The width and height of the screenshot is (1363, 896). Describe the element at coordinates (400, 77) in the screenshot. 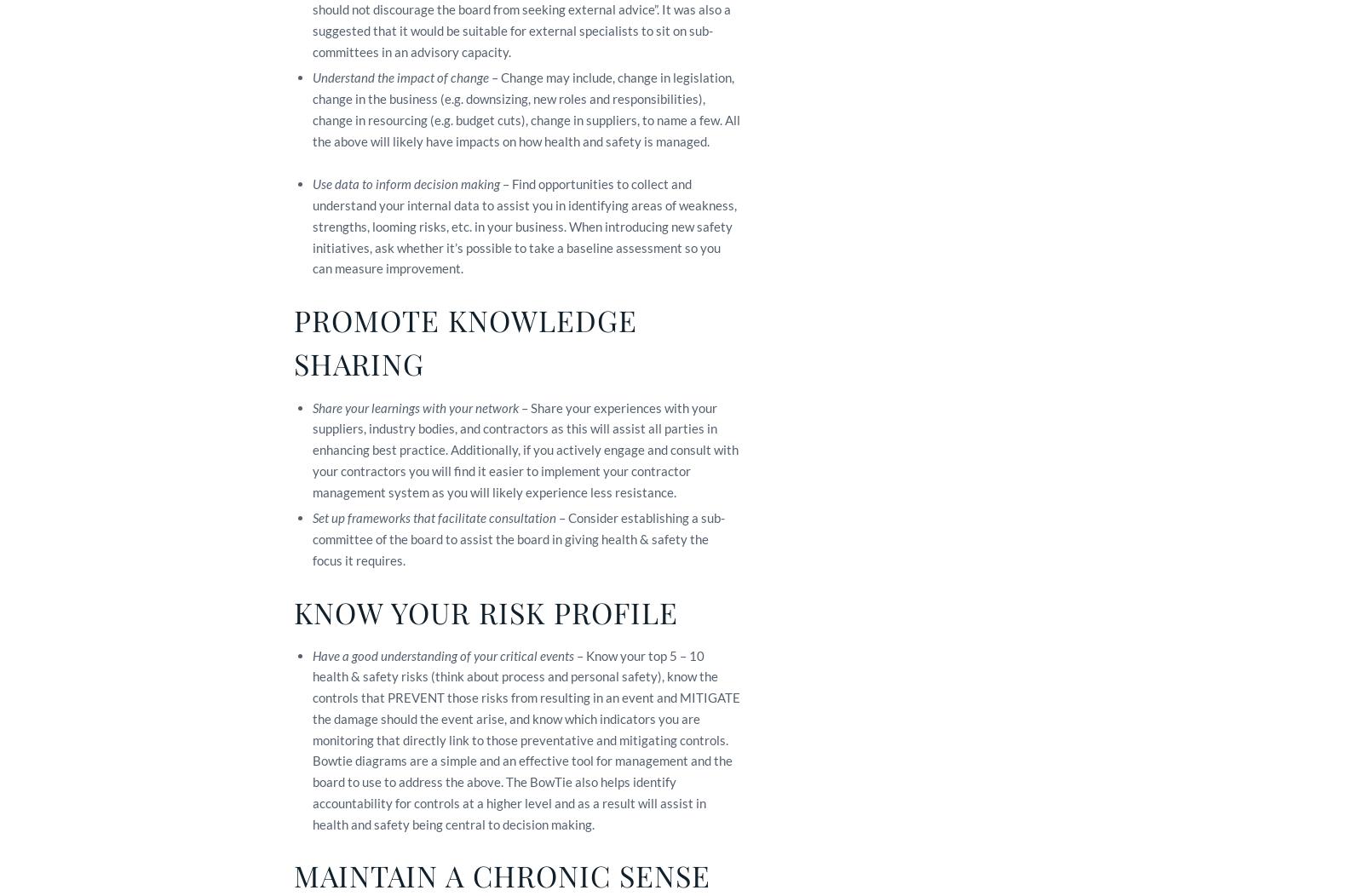

I see `'Understand the impact of change'` at that location.